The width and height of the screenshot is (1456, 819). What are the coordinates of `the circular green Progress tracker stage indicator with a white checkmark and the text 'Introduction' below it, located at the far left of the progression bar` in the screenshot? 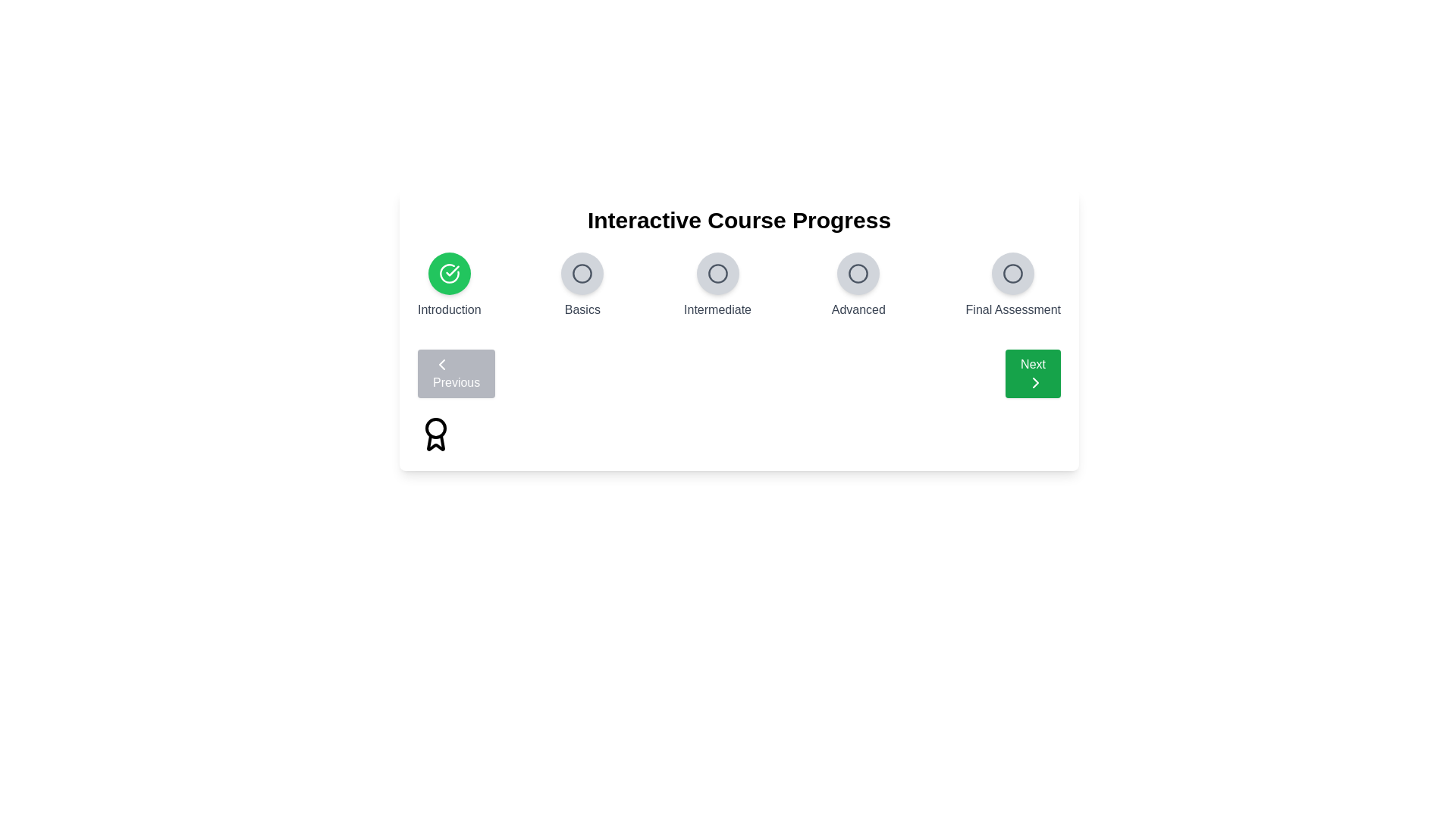 It's located at (448, 286).